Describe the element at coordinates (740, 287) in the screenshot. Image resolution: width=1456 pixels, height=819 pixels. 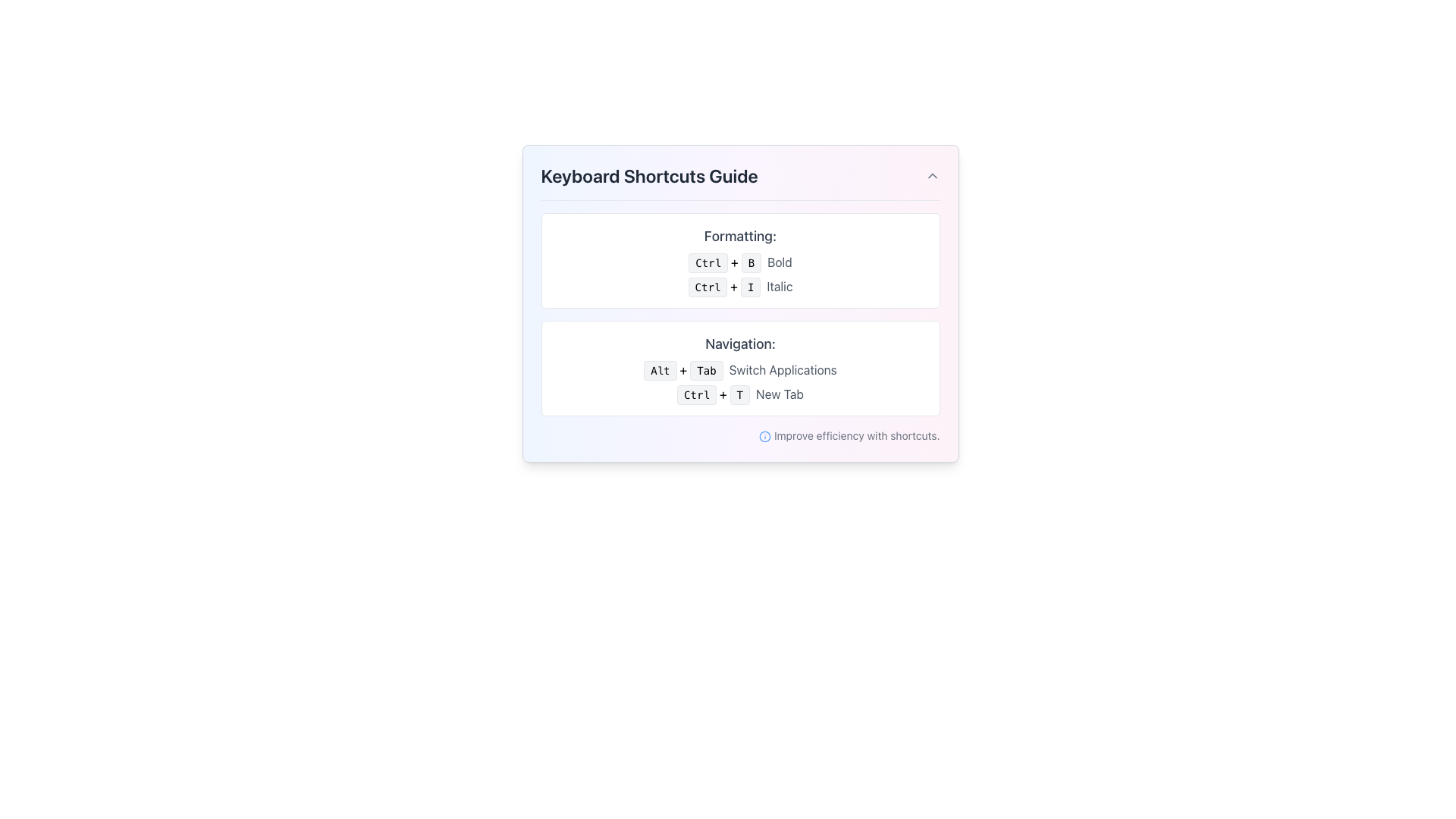
I see `the Informative Label displaying the shortcut for toggling italic formatting, which shows 'Ctrl + I Italic' and is located in the 'Formatting' section of the 'Keyboard Shortcuts Guide'` at that location.